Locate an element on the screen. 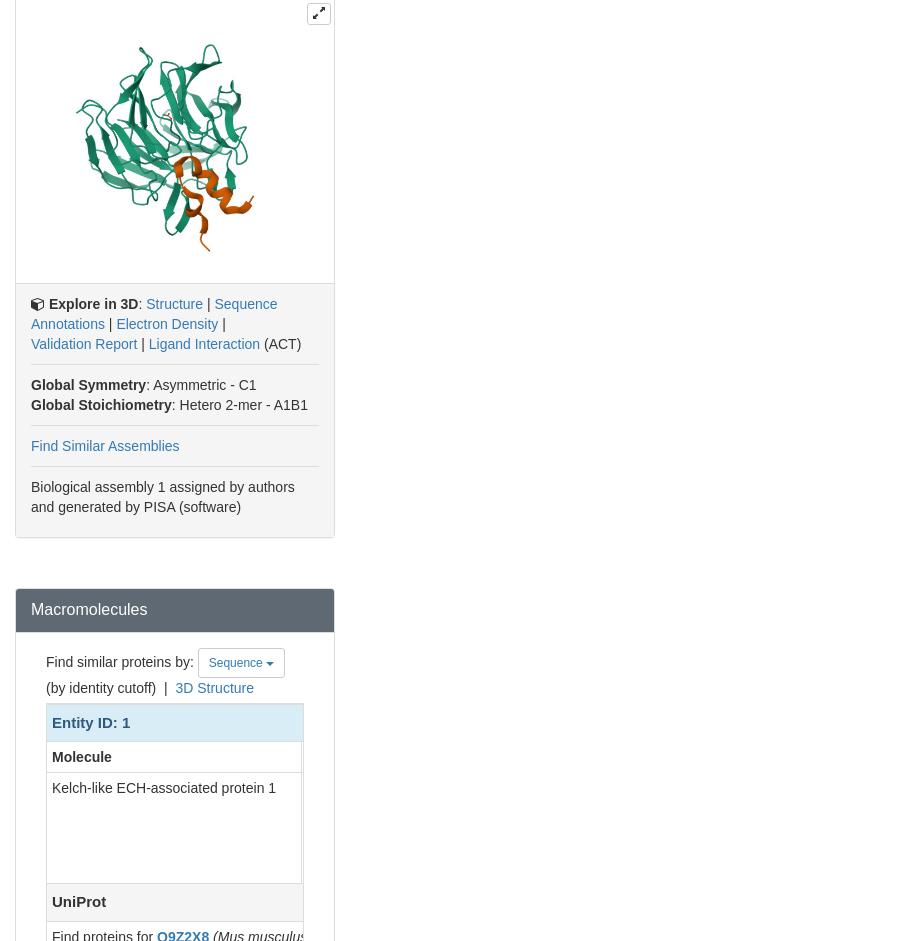 The height and width of the screenshot is (941, 916). 'Kelch-like ECH-associated protein 1' is located at coordinates (163, 787).